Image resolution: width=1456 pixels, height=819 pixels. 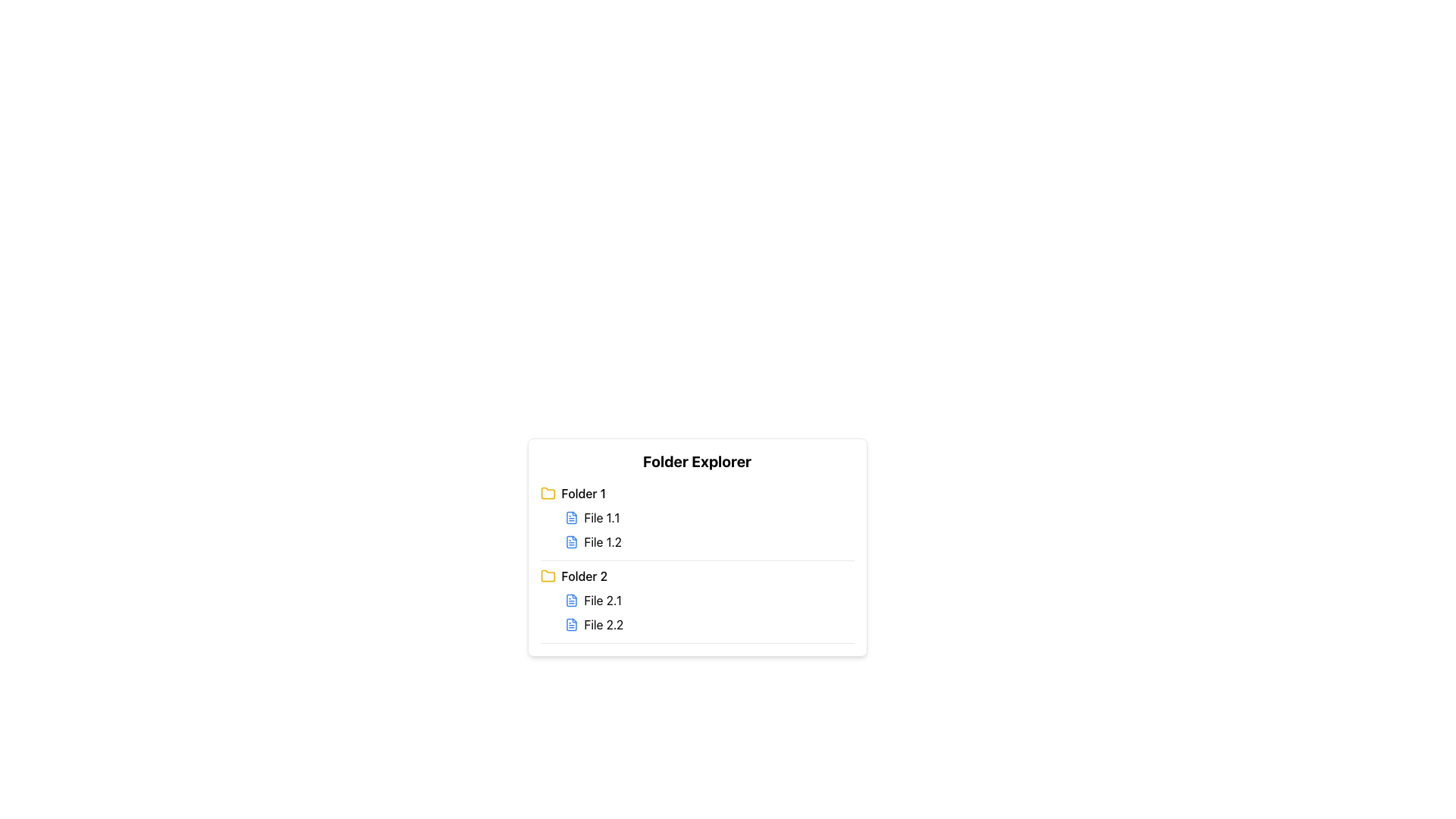 What do you see at coordinates (708, 599) in the screenshot?
I see `the Row element representing the file named 'File 2.1'` at bounding box center [708, 599].